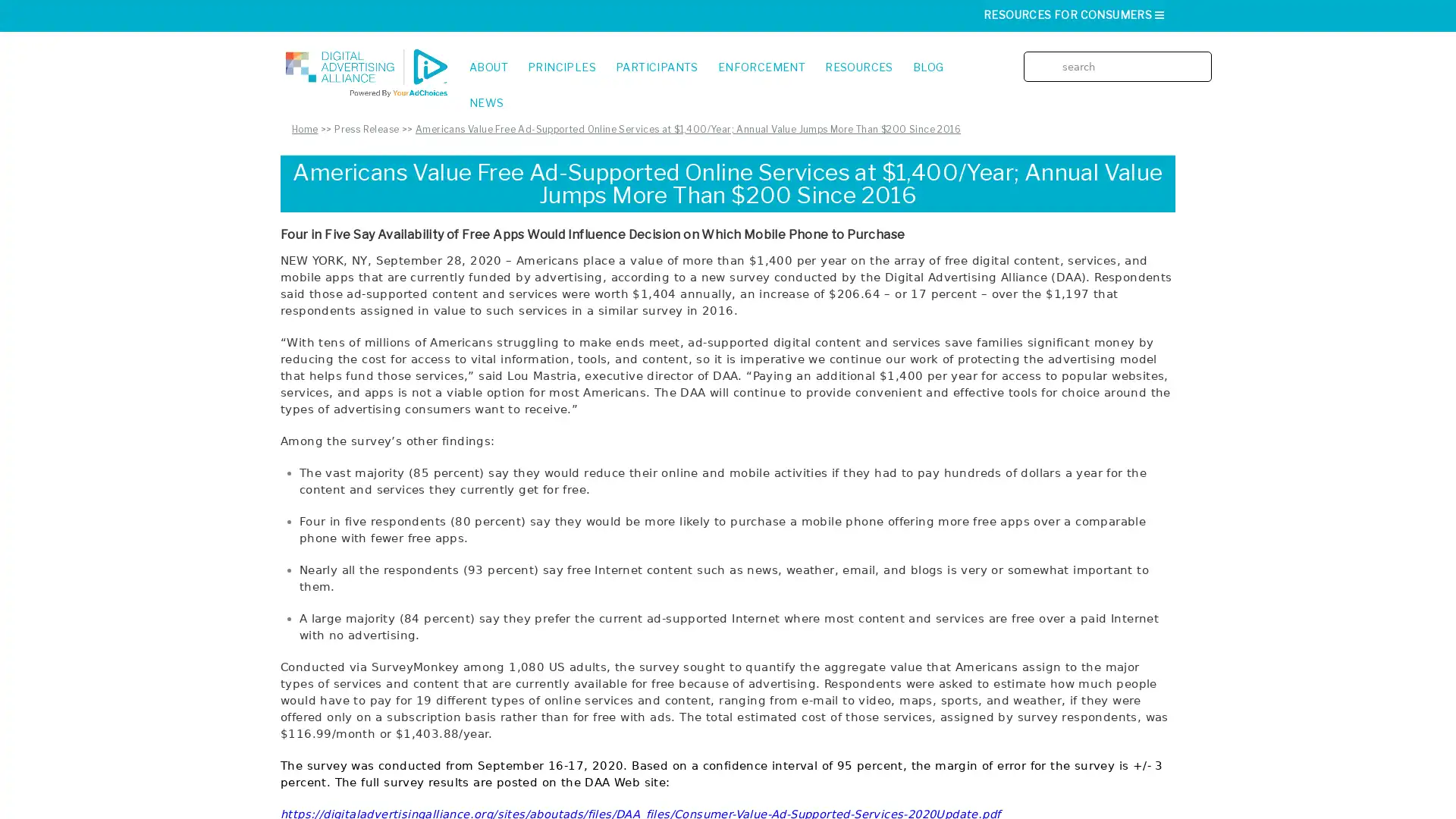  What do you see at coordinates (1074, 14) in the screenshot?
I see `RESOURCES FOR CONSUMERS` at bounding box center [1074, 14].